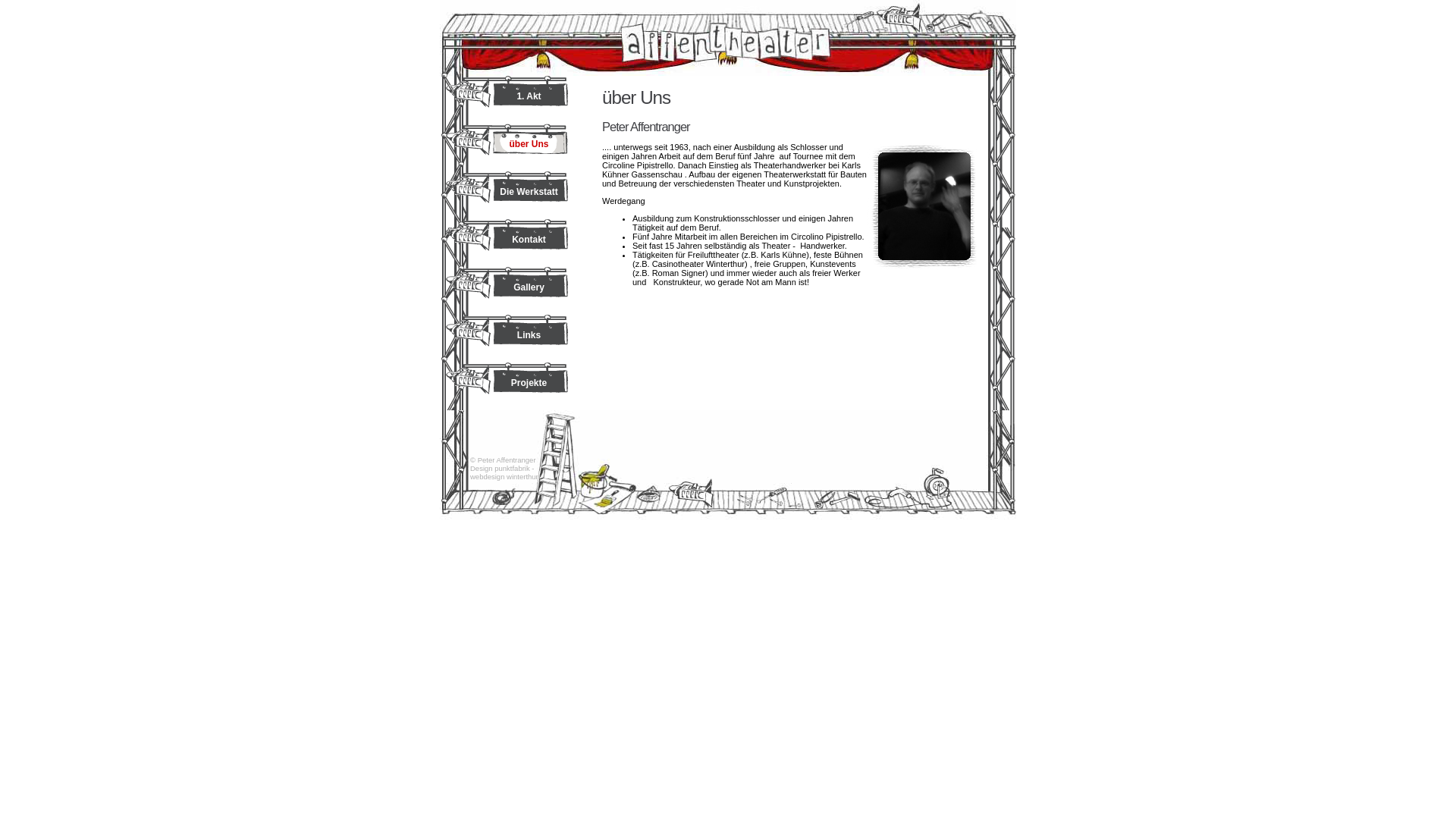 This screenshot has width=1456, height=819. I want to click on 'Kontakt', so click(507, 242).